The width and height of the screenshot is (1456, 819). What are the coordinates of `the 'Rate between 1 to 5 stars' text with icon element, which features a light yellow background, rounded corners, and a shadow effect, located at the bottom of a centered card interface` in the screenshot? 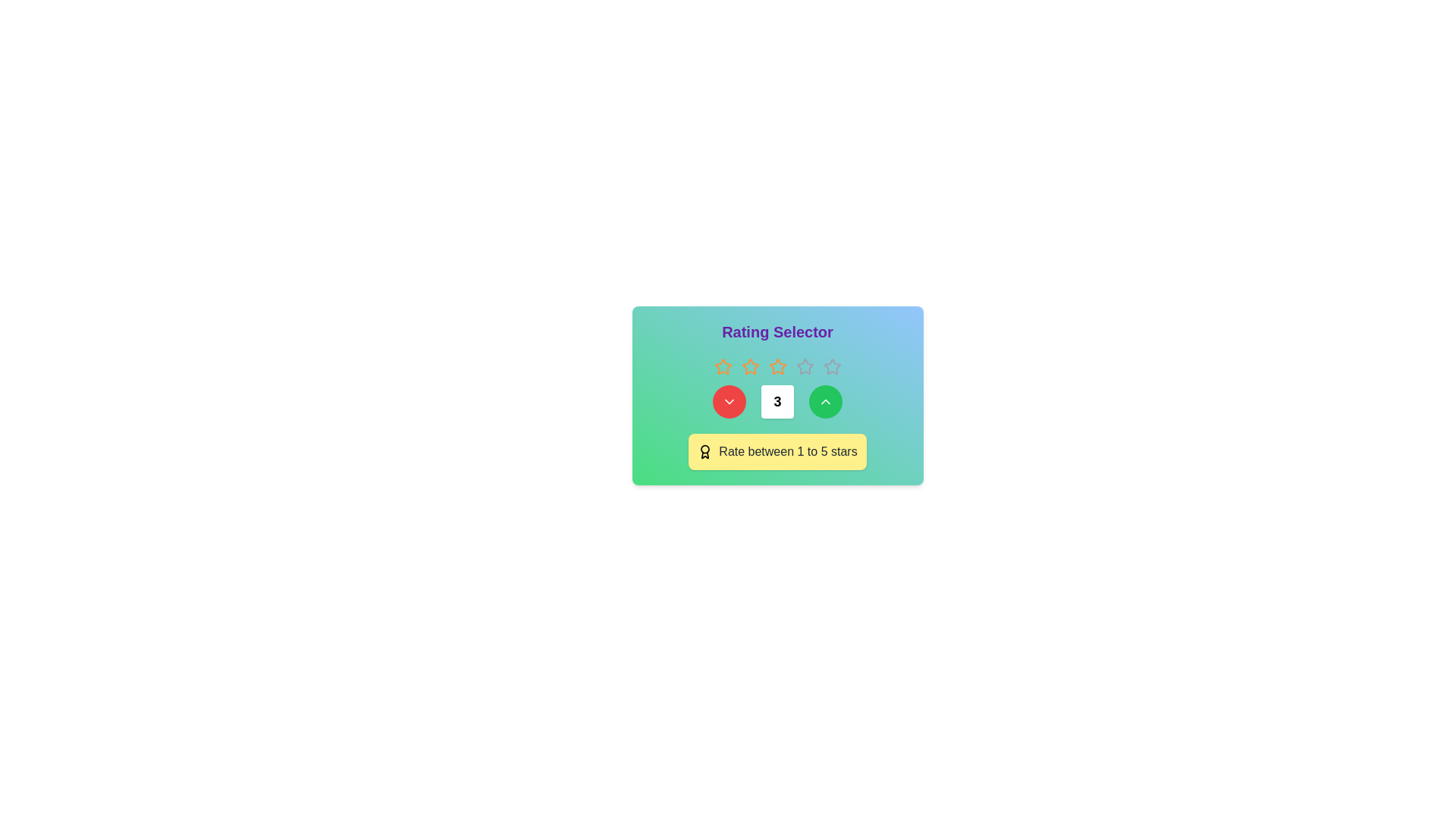 It's located at (777, 451).